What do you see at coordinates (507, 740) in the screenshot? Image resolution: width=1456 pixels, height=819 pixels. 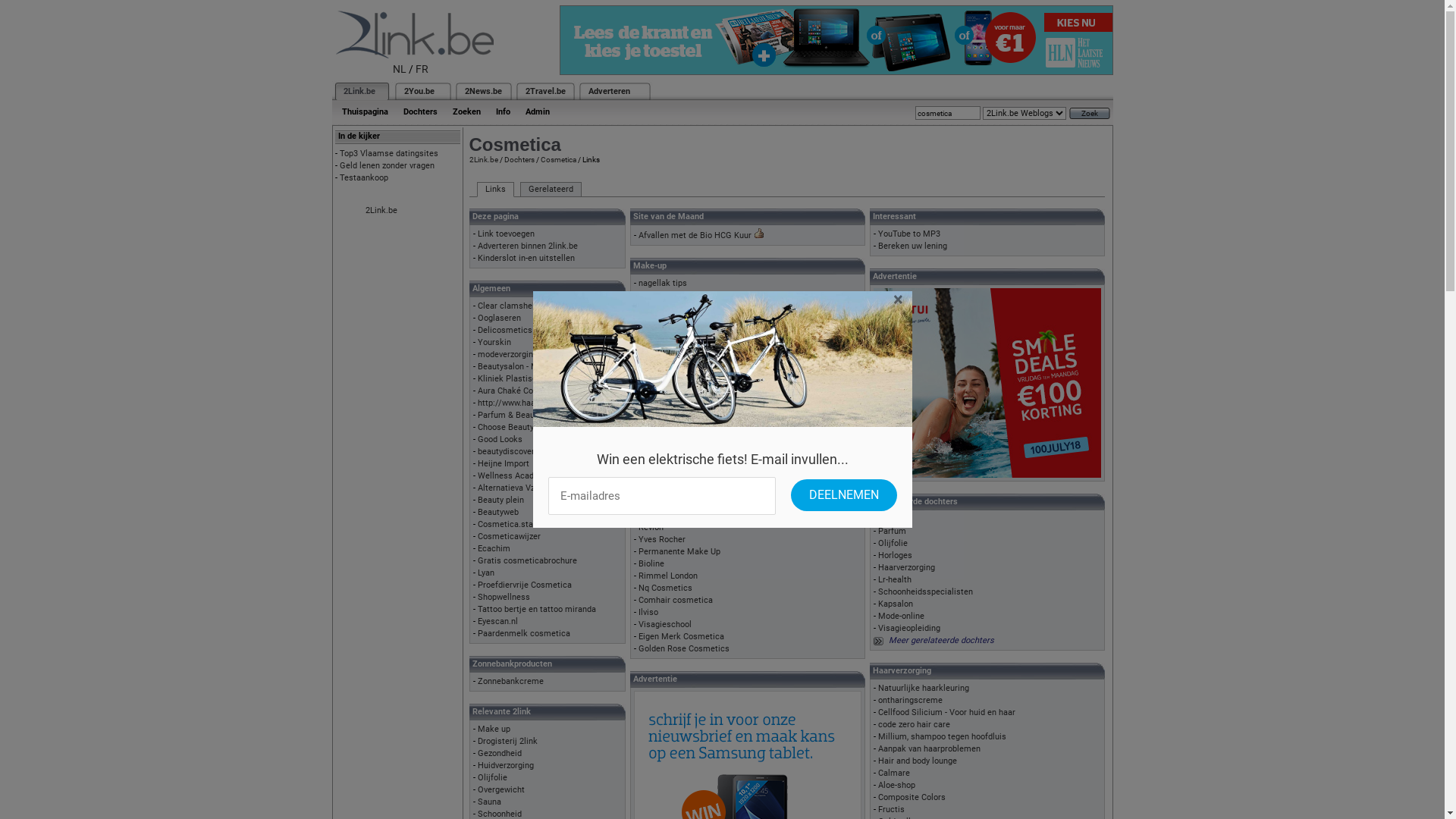 I see `'Drogisterij 2link'` at bounding box center [507, 740].